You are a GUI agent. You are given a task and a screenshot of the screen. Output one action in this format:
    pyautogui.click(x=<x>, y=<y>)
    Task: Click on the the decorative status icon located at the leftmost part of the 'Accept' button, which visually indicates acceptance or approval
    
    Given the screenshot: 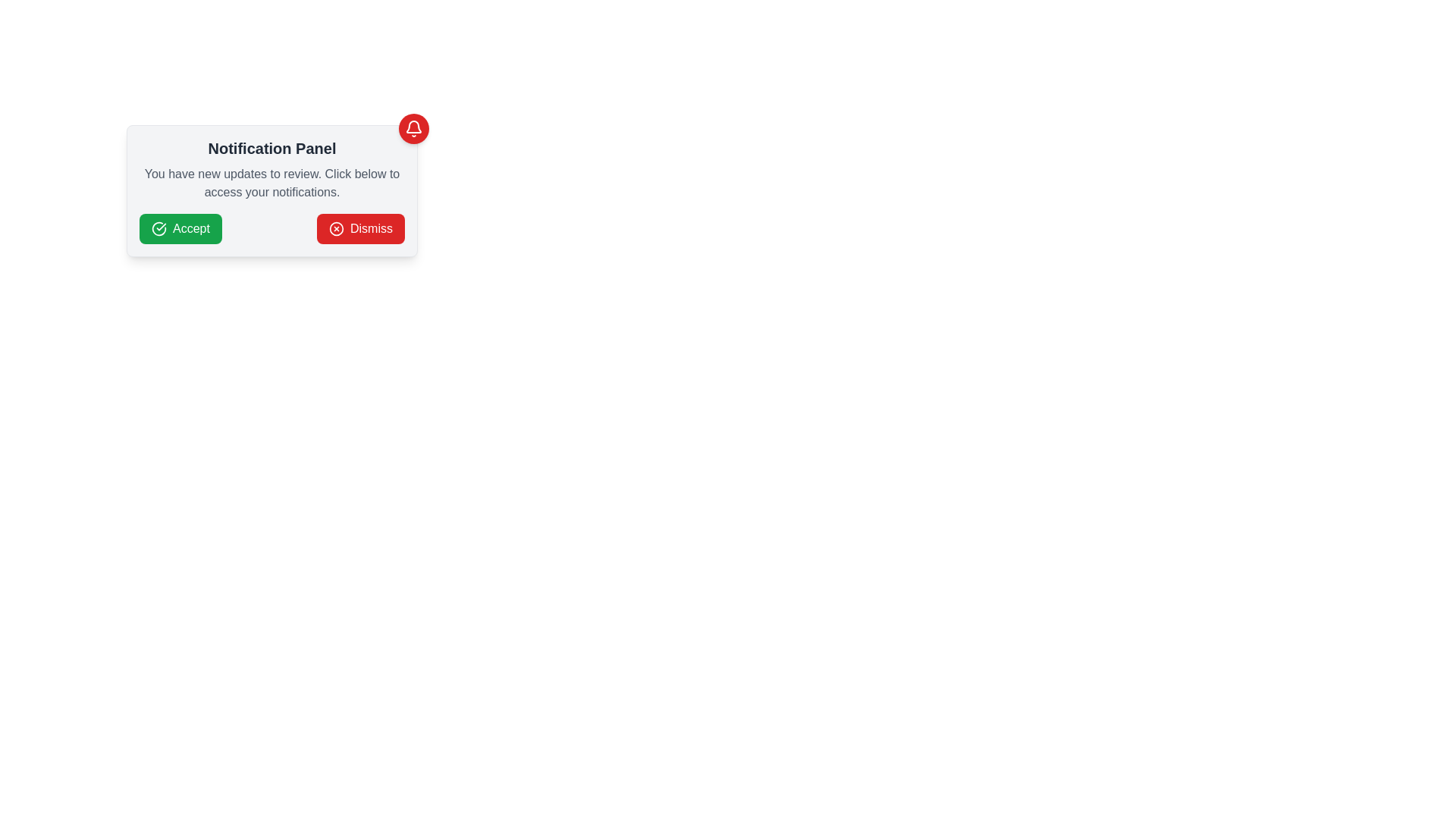 What is the action you would take?
    pyautogui.click(x=159, y=228)
    